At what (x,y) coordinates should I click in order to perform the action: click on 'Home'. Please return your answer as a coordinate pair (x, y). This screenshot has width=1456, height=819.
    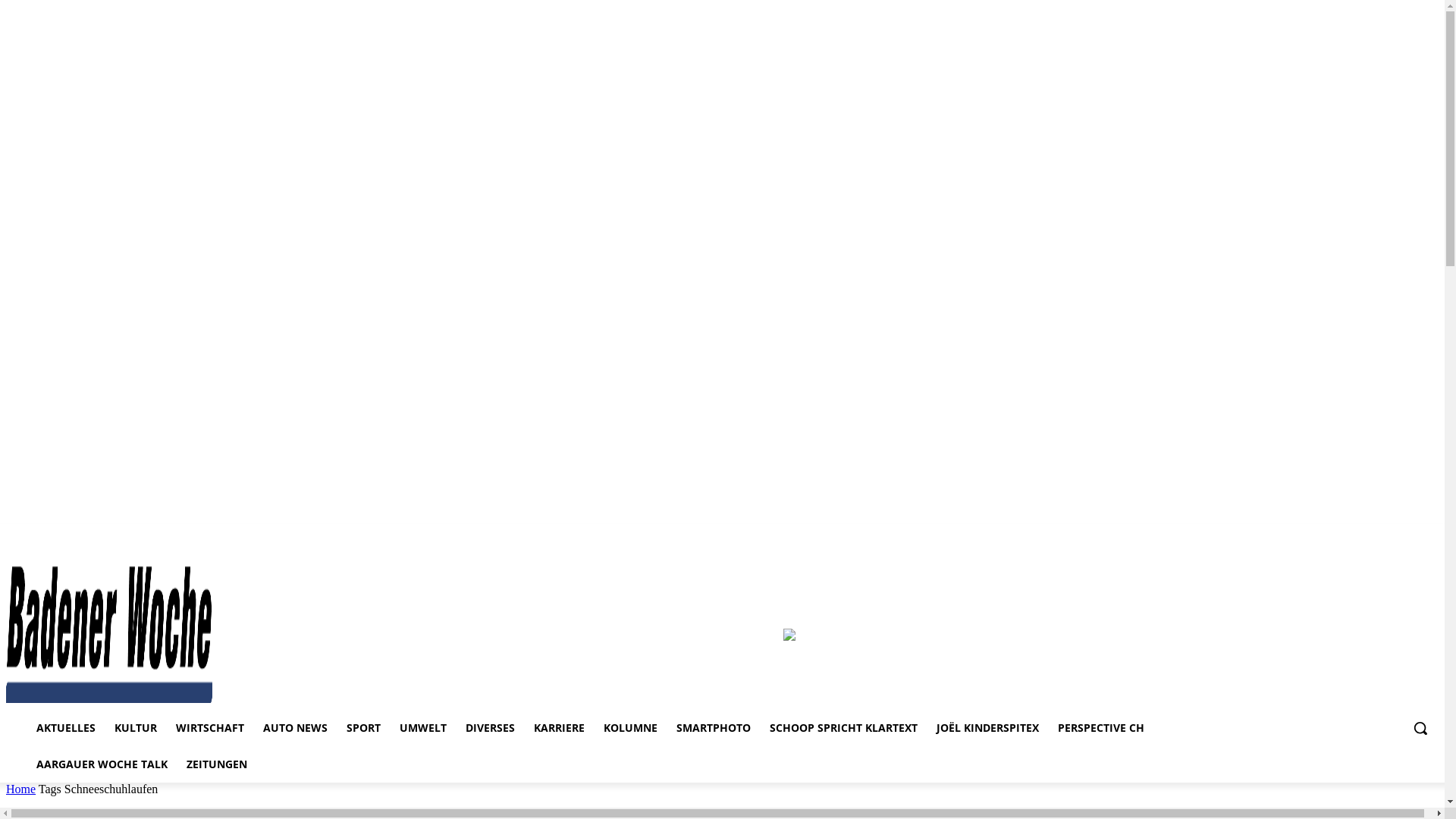
    Looking at the image, I should click on (20, 788).